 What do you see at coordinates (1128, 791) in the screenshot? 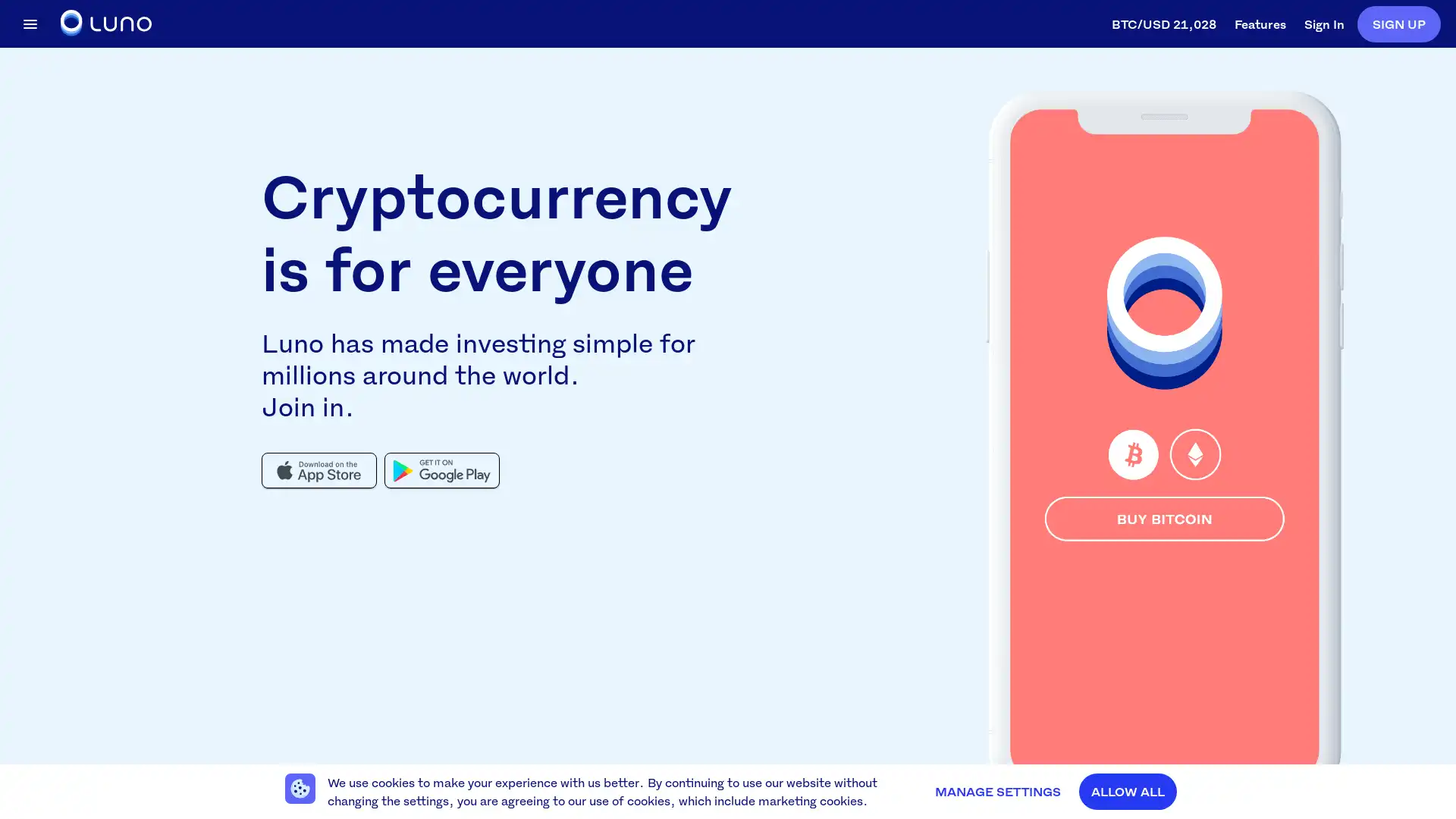
I see `ALLOW ALL` at bounding box center [1128, 791].